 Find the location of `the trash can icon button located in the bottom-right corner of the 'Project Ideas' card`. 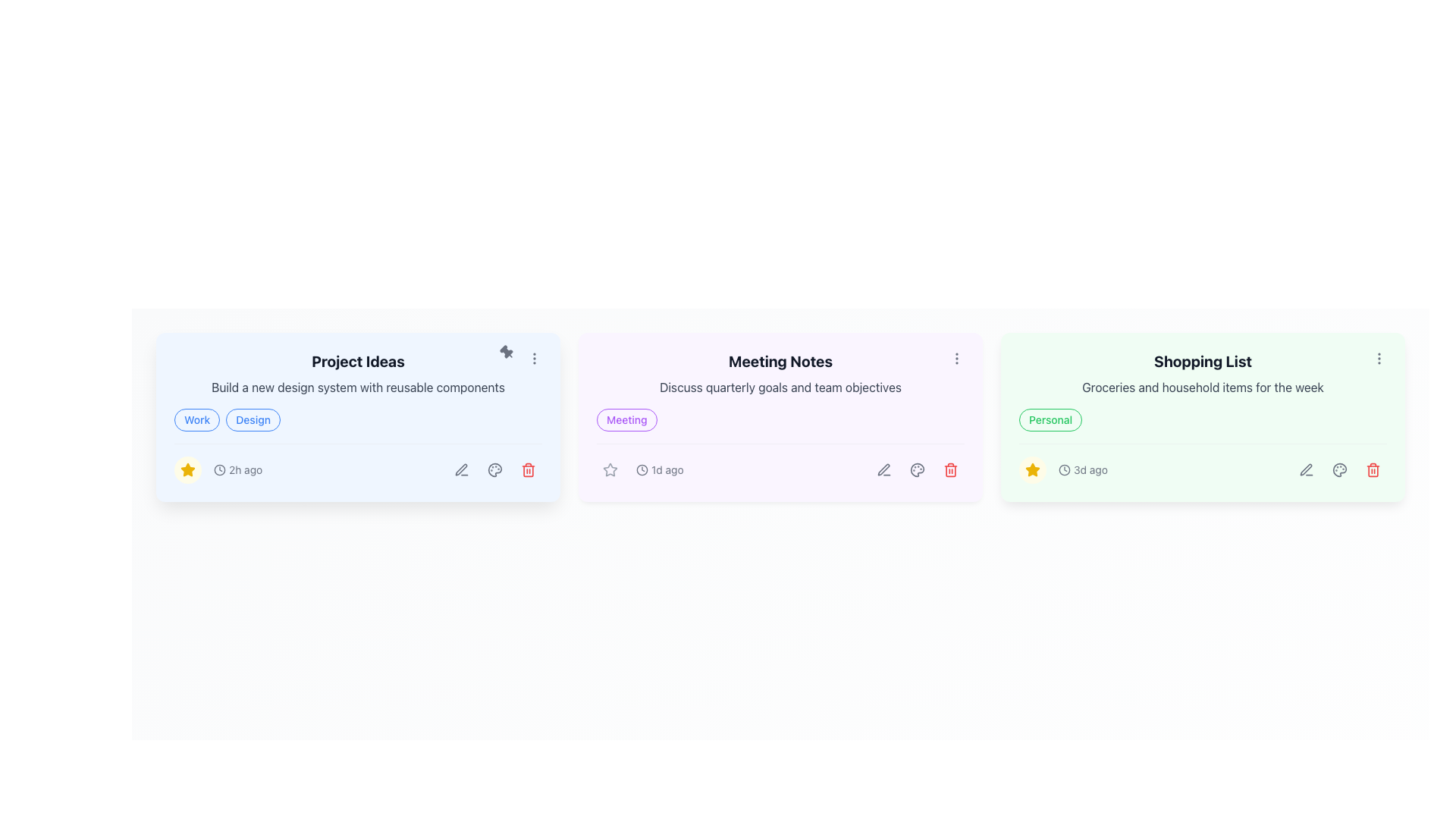

the trash can icon button located in the bottom-right corner of the 'Project Ideas' card is located at coordinates (528, 469).